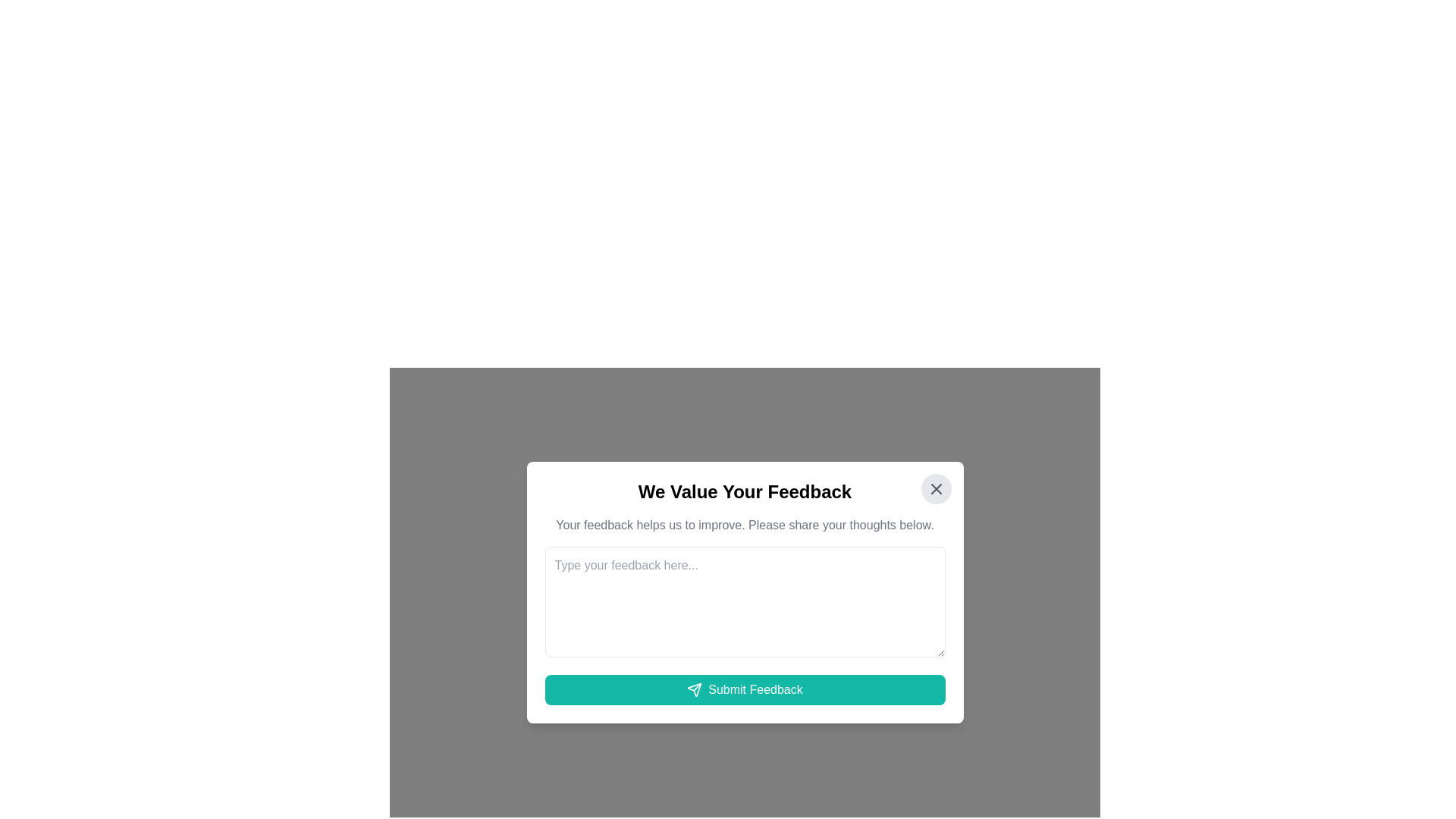  I want to click on the close button located at the upper-right corner of the 'We Value Your Feedback' dialog box, so click(935, 488).